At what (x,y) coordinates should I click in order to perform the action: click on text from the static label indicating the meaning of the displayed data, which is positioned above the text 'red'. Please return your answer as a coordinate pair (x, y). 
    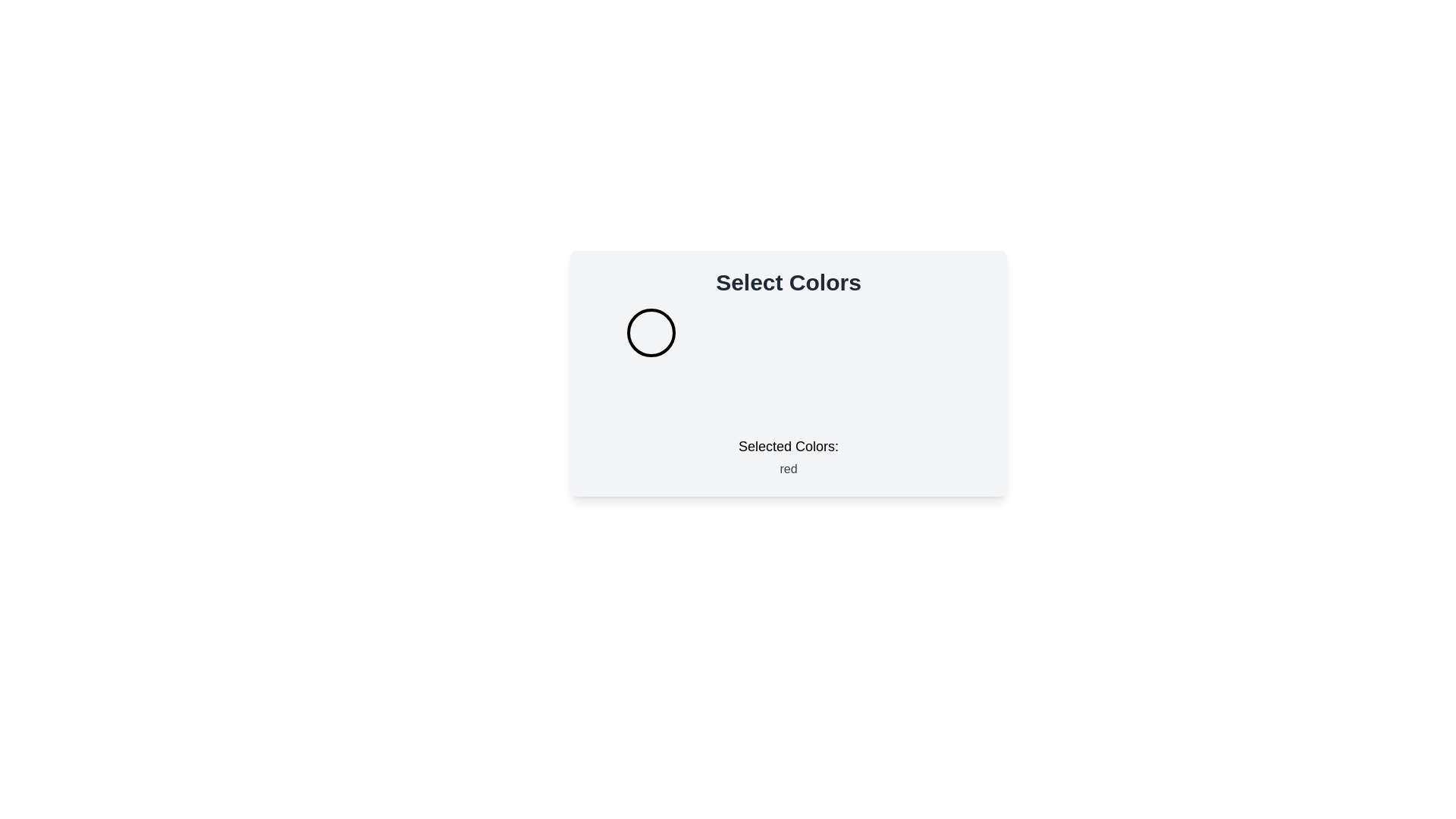
    Looking at the image, I should click on (789, 446).